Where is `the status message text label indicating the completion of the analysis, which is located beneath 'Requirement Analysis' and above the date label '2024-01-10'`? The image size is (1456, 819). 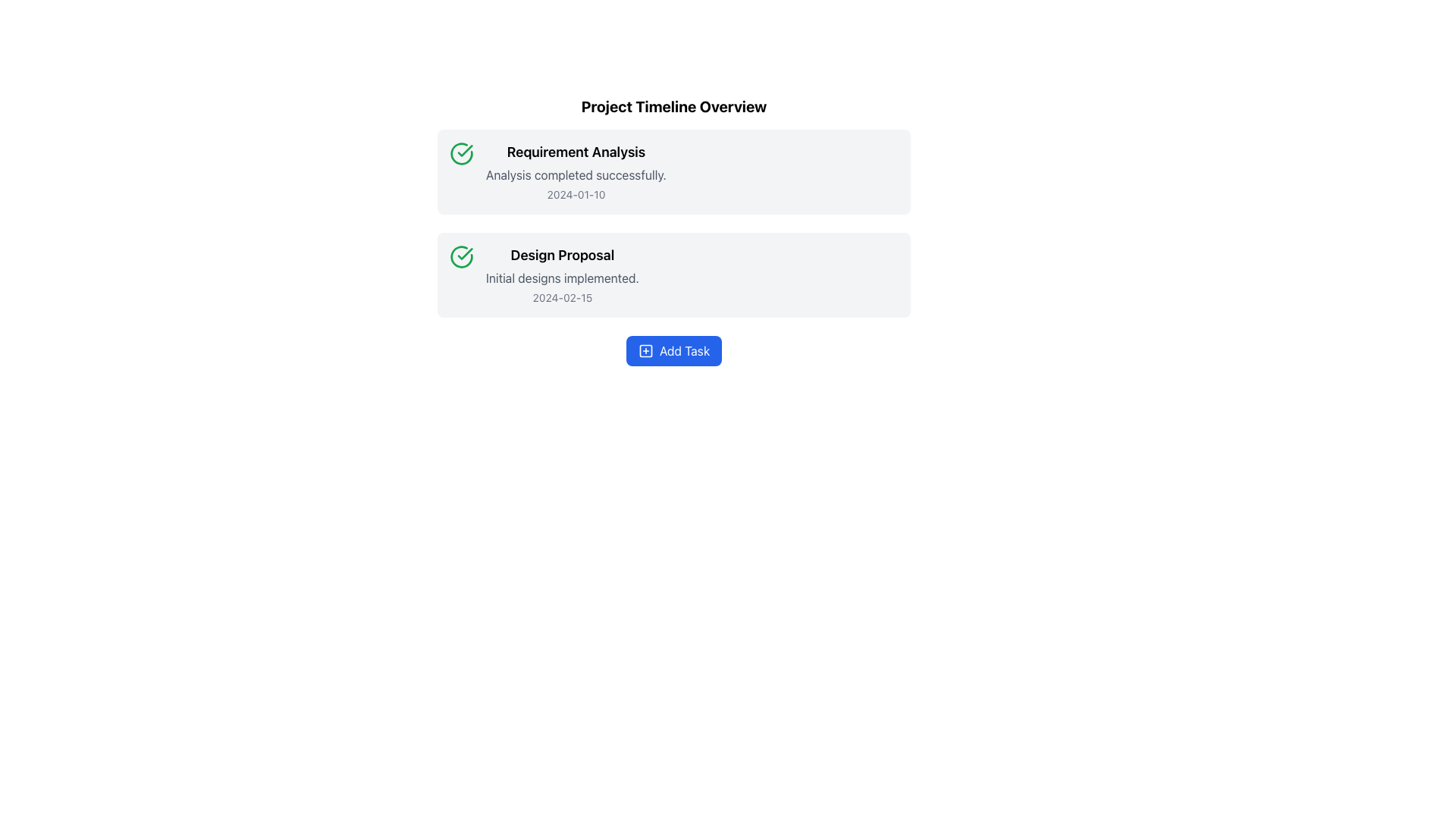 the status message text label indicating the completion of the analysis, which is located beneath 'Requirement Analysis' and above the date label '2024-01-10' is located at coordinates (575, 174).